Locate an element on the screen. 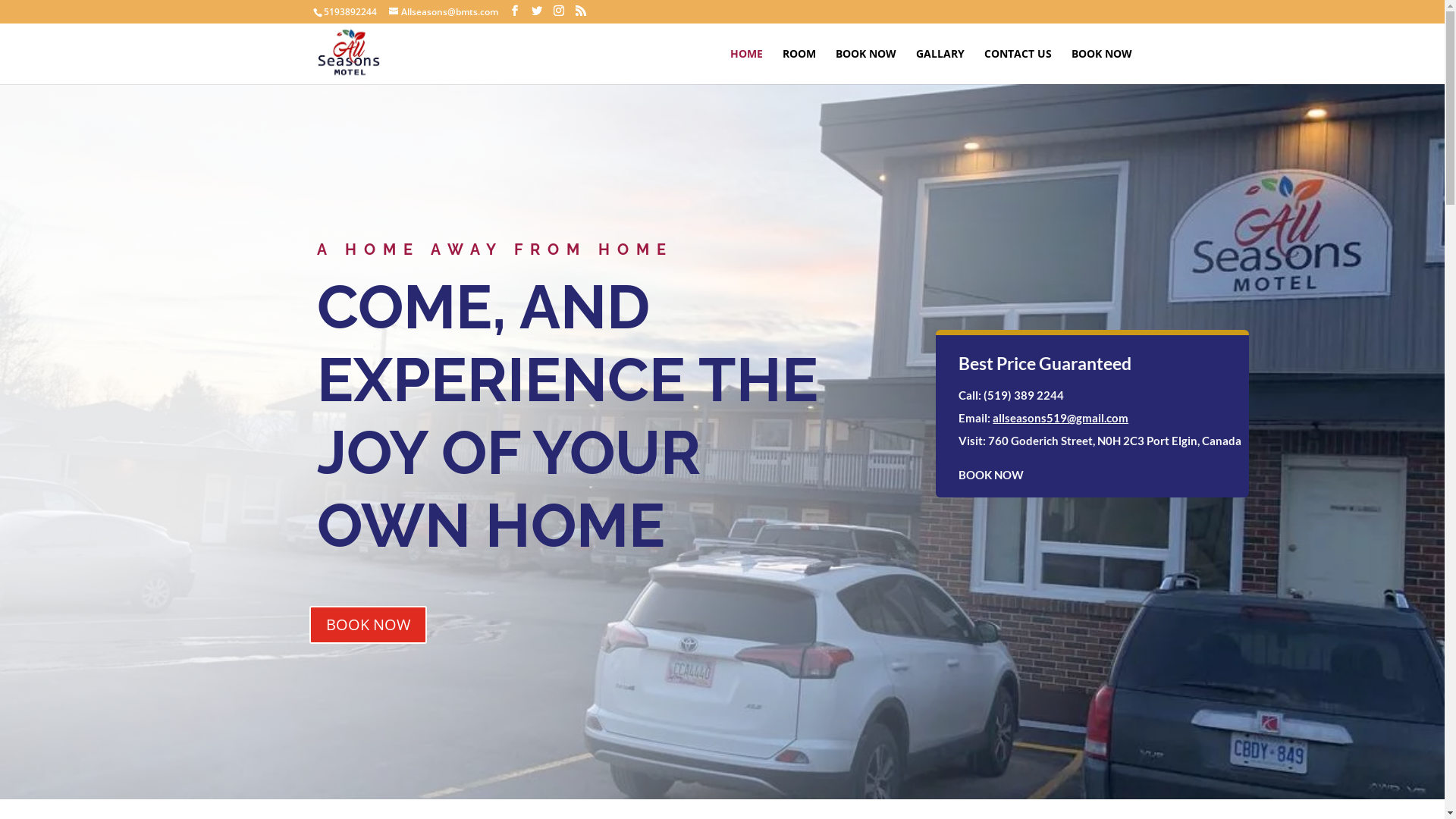 Image resolution: width=1456 pixels, height=819 pixels. 'CONTACT US' is located at coordinates (1018, 65).